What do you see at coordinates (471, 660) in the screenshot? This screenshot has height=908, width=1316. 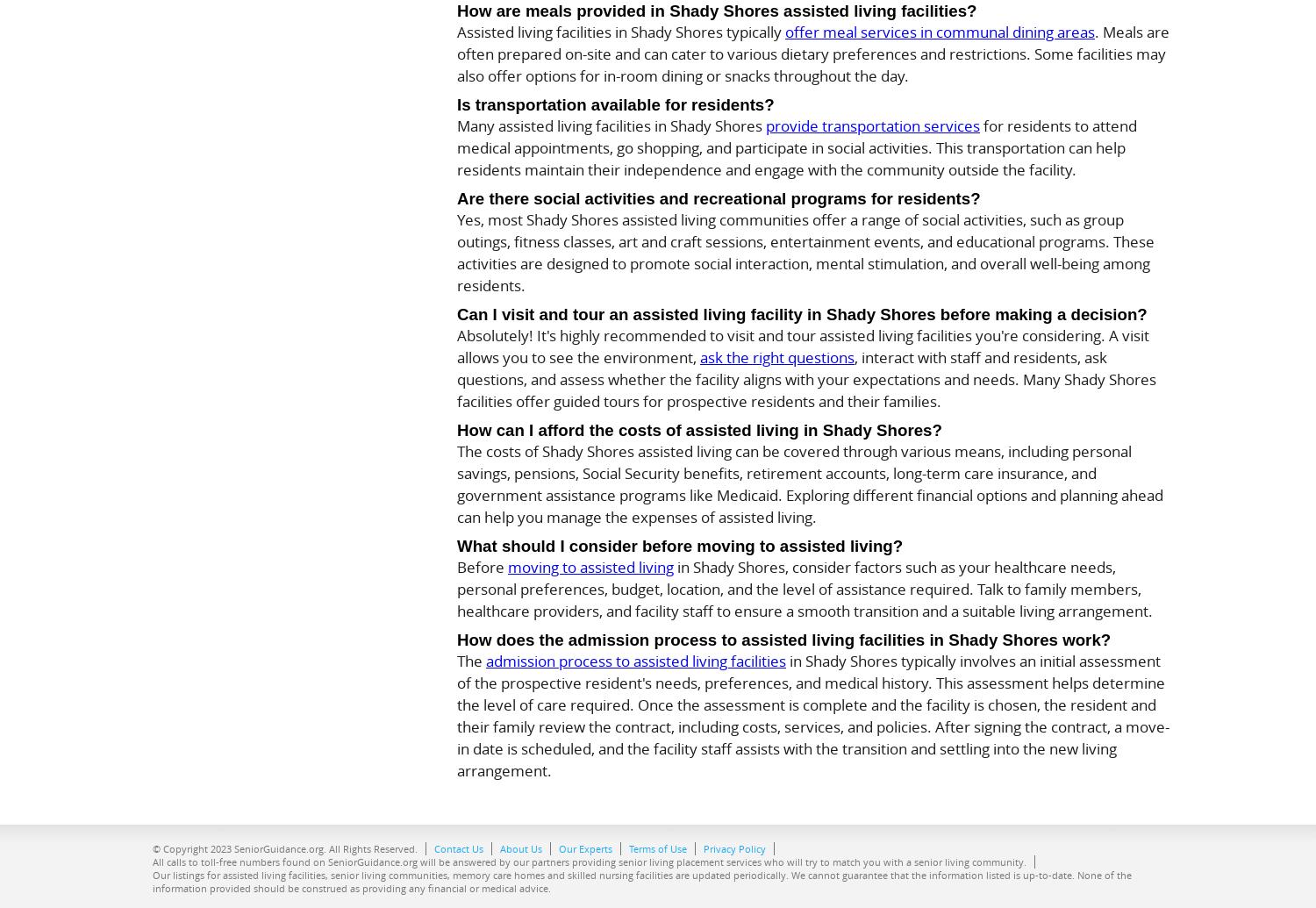 I see `'The'` at bounding box center [471, 660].